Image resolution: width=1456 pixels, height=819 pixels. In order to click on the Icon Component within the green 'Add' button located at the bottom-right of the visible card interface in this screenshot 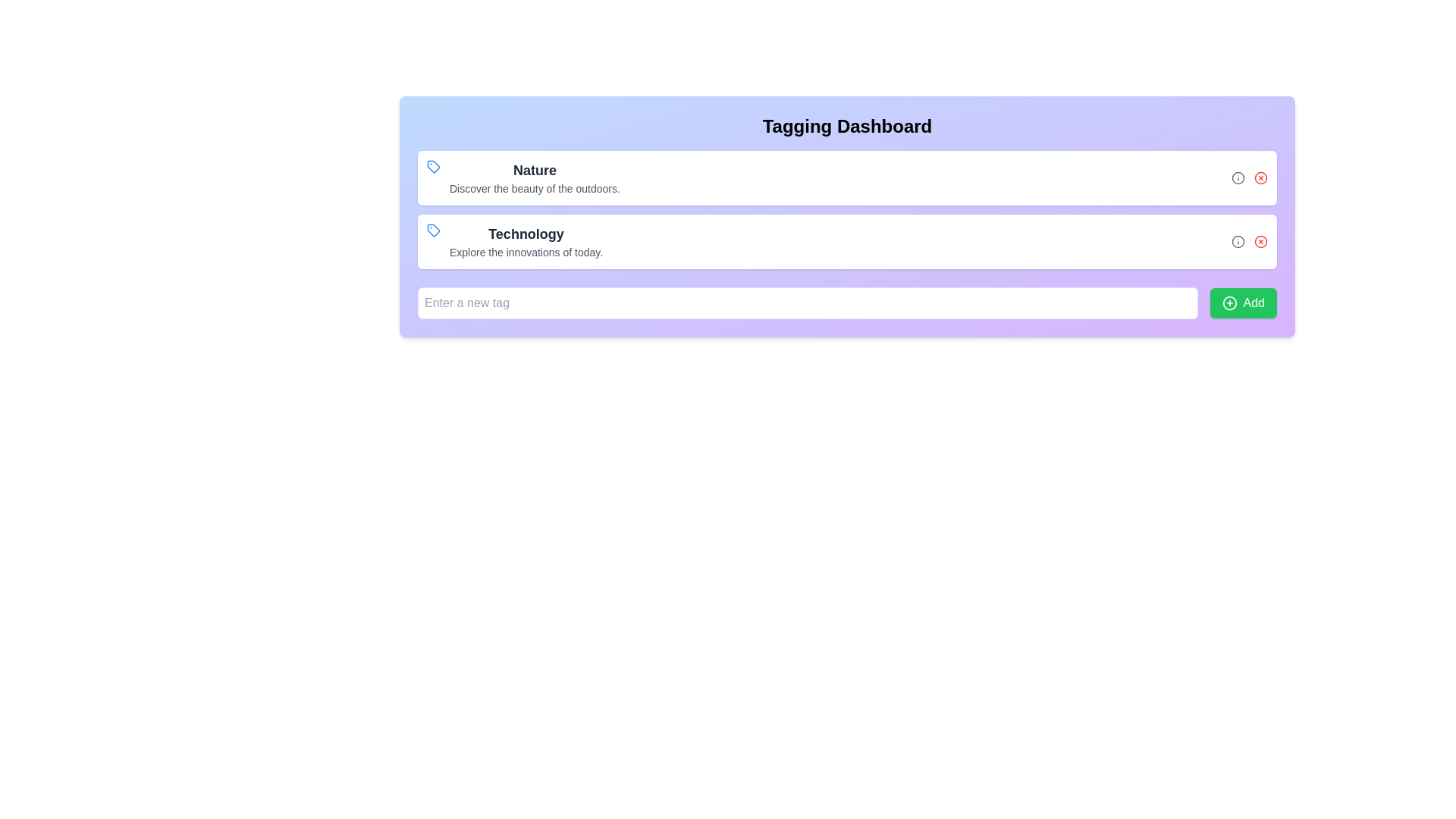, I will do `click(1229, 303)`.